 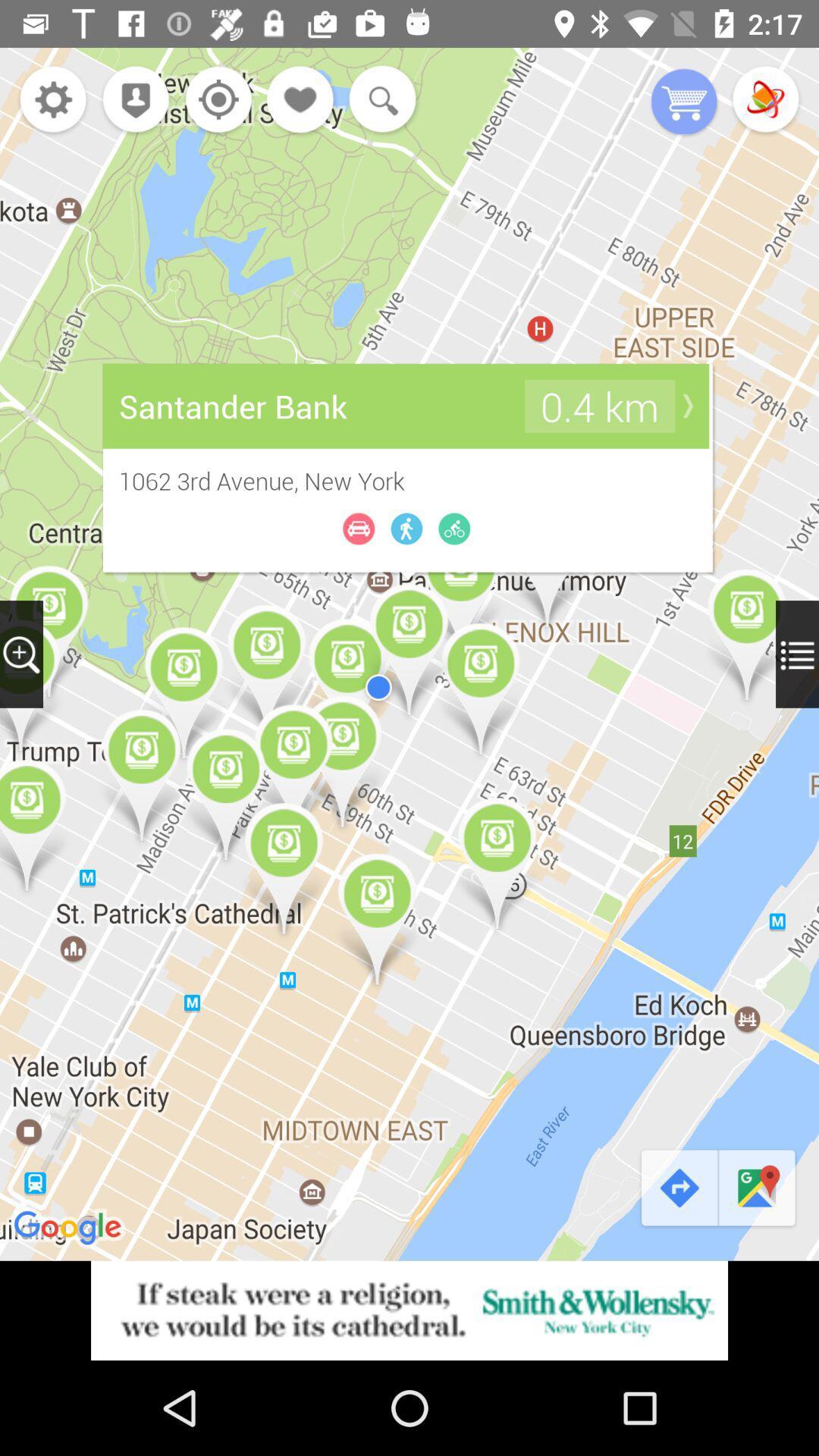 What do you see at coordinates (684, 102) in the screenshot?
I see `the cart icon` at bounding box center [684, 102].